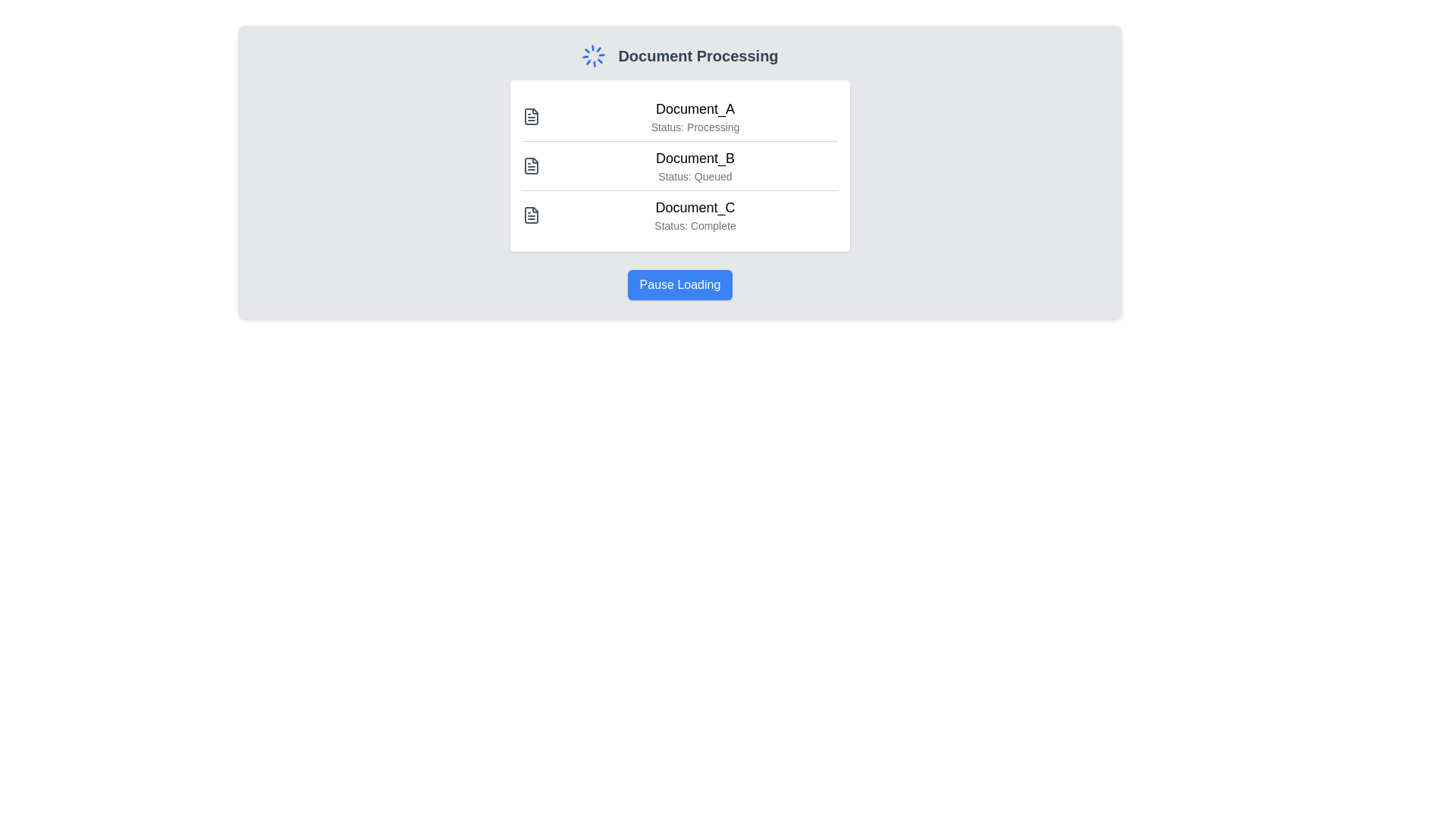 This screenshot has height=819, width=1456. Describe the element at coordinates (679, 284) in the screenshot. I see `the rounded rectangular button with a blue background and white text that reads 'Pause Loading'` at that location.